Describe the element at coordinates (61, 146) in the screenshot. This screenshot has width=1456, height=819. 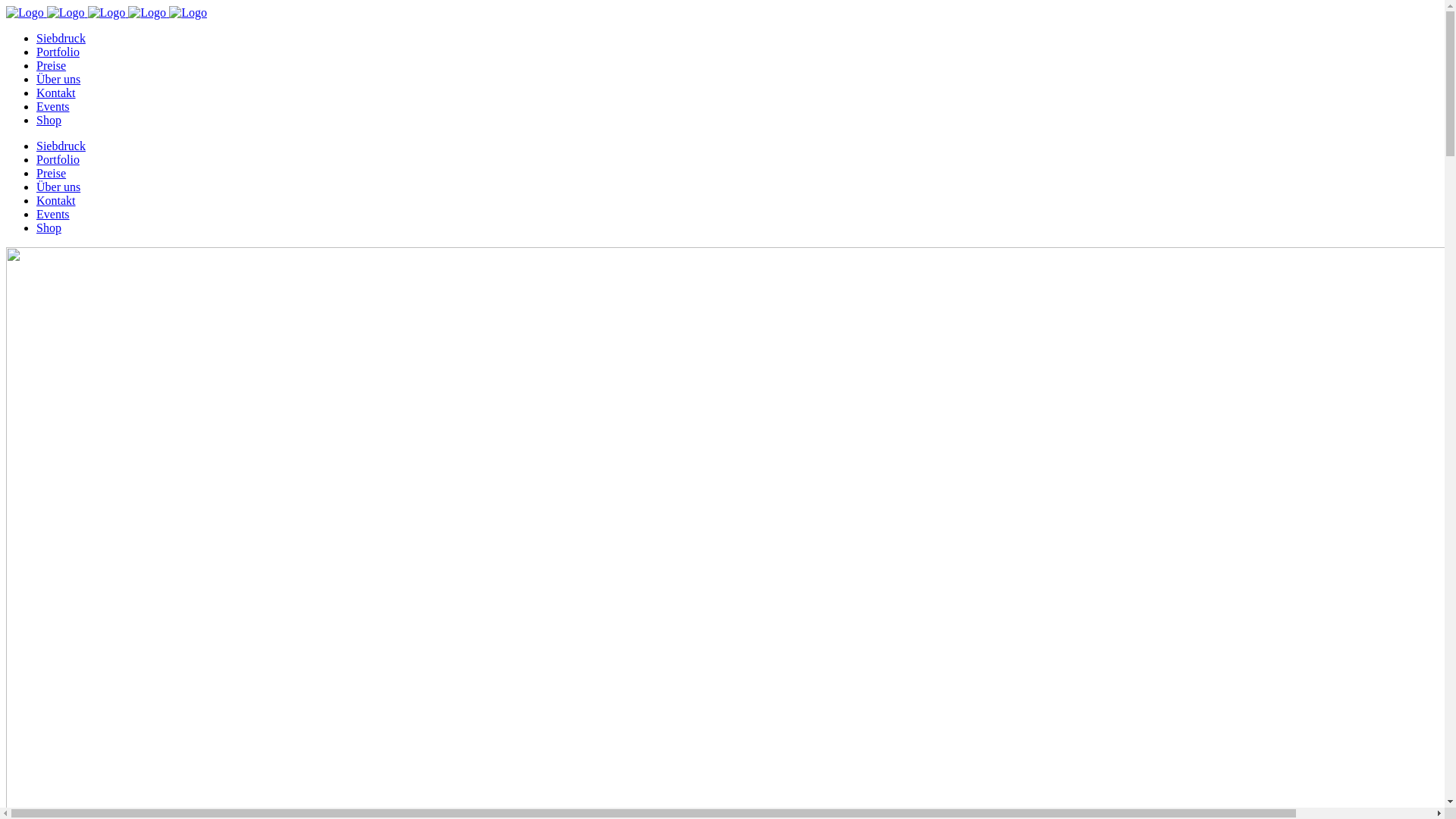
I see `'Siebdruck'` at that location.